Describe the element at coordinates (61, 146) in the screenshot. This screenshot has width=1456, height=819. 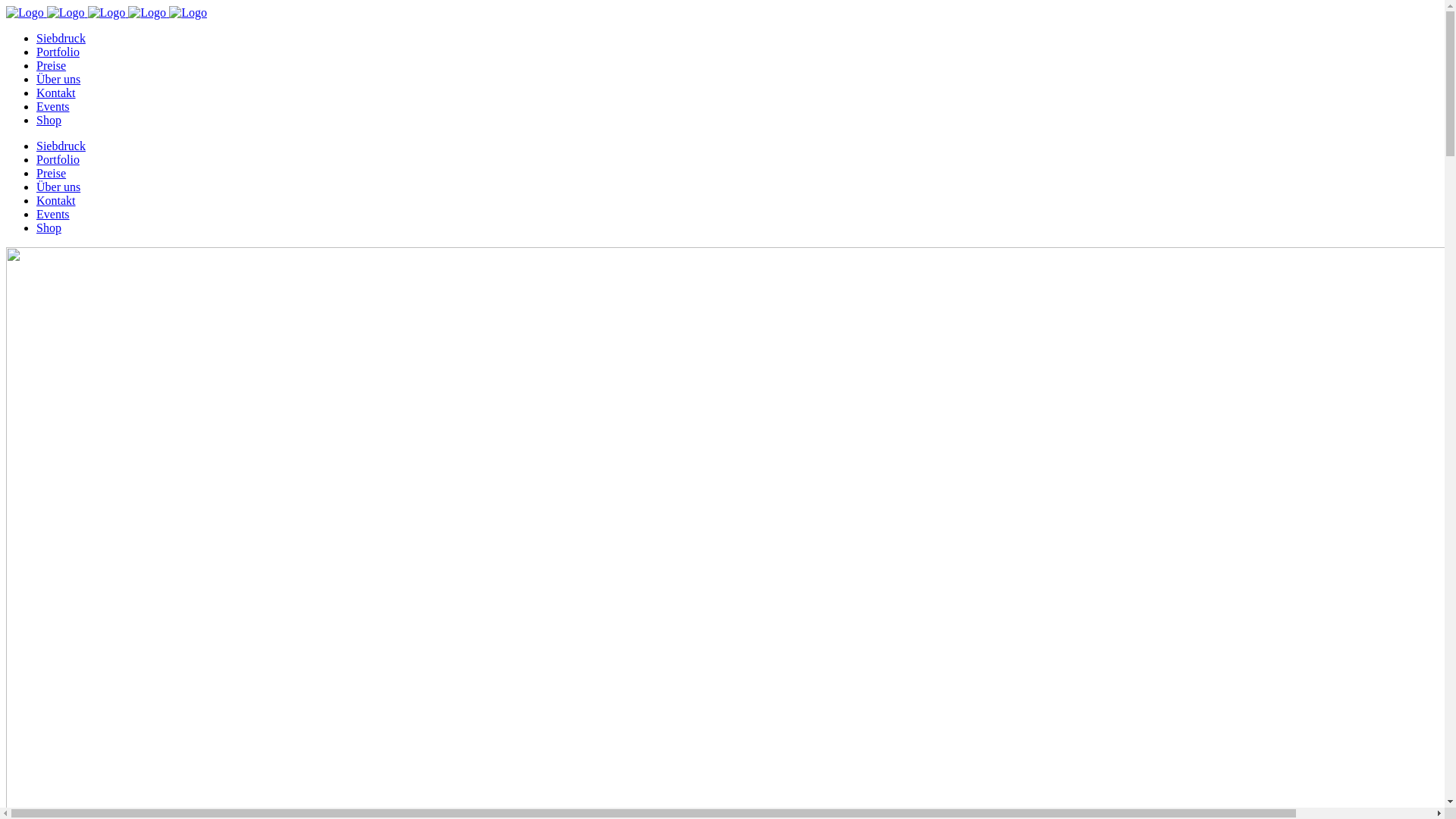
I see `'Siebdruck'` at that location.